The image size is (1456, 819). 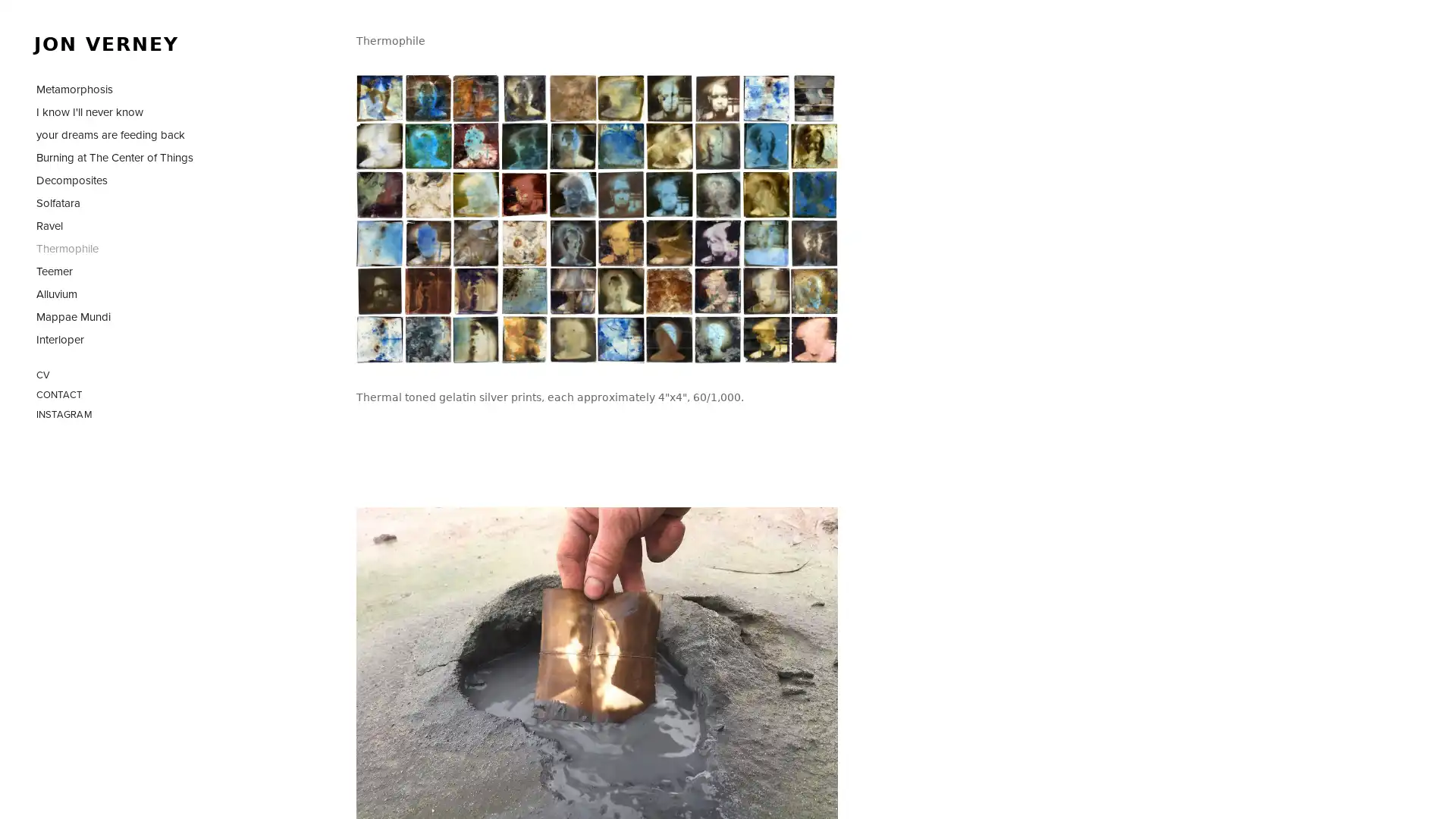 What do you see at coordinates (716, 146) in the screenshot?
I see `View fullsize jon_verney_thermophile_44.jpg` at bounding box center [716, 146].